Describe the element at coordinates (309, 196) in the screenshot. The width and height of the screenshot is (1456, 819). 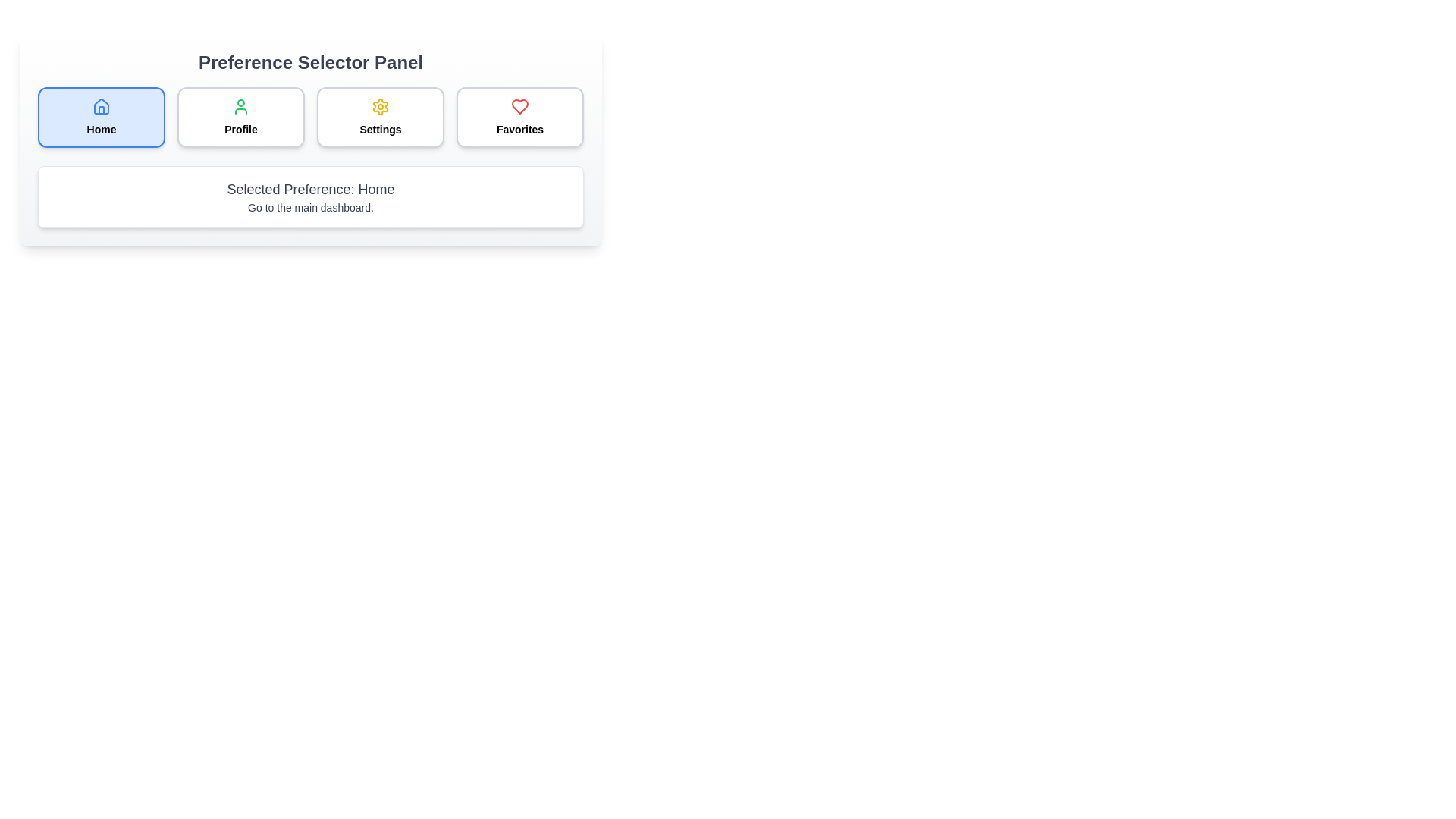
I see `the informational text block that displays the summary of the user's selected preference 'Home' and additional information 'Go to the main dashboard.' This block is located directly below the preference selection options within the 'Preference Selector Panel.'` at that location.